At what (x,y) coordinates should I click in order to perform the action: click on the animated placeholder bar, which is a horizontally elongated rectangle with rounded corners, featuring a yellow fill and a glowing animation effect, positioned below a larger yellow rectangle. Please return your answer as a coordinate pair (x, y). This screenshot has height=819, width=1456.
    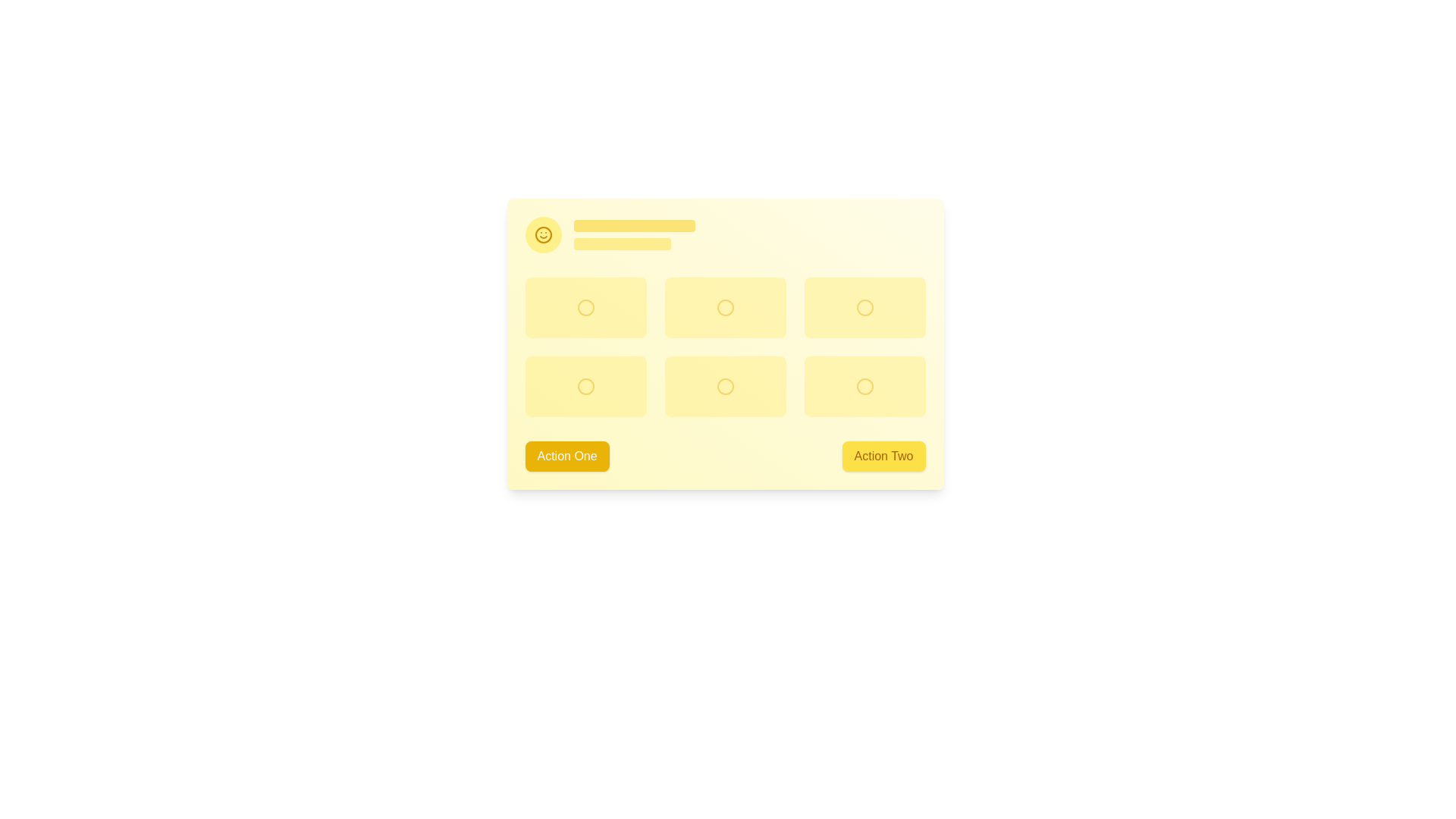
    Looking at the image, I should click on (622, 243).